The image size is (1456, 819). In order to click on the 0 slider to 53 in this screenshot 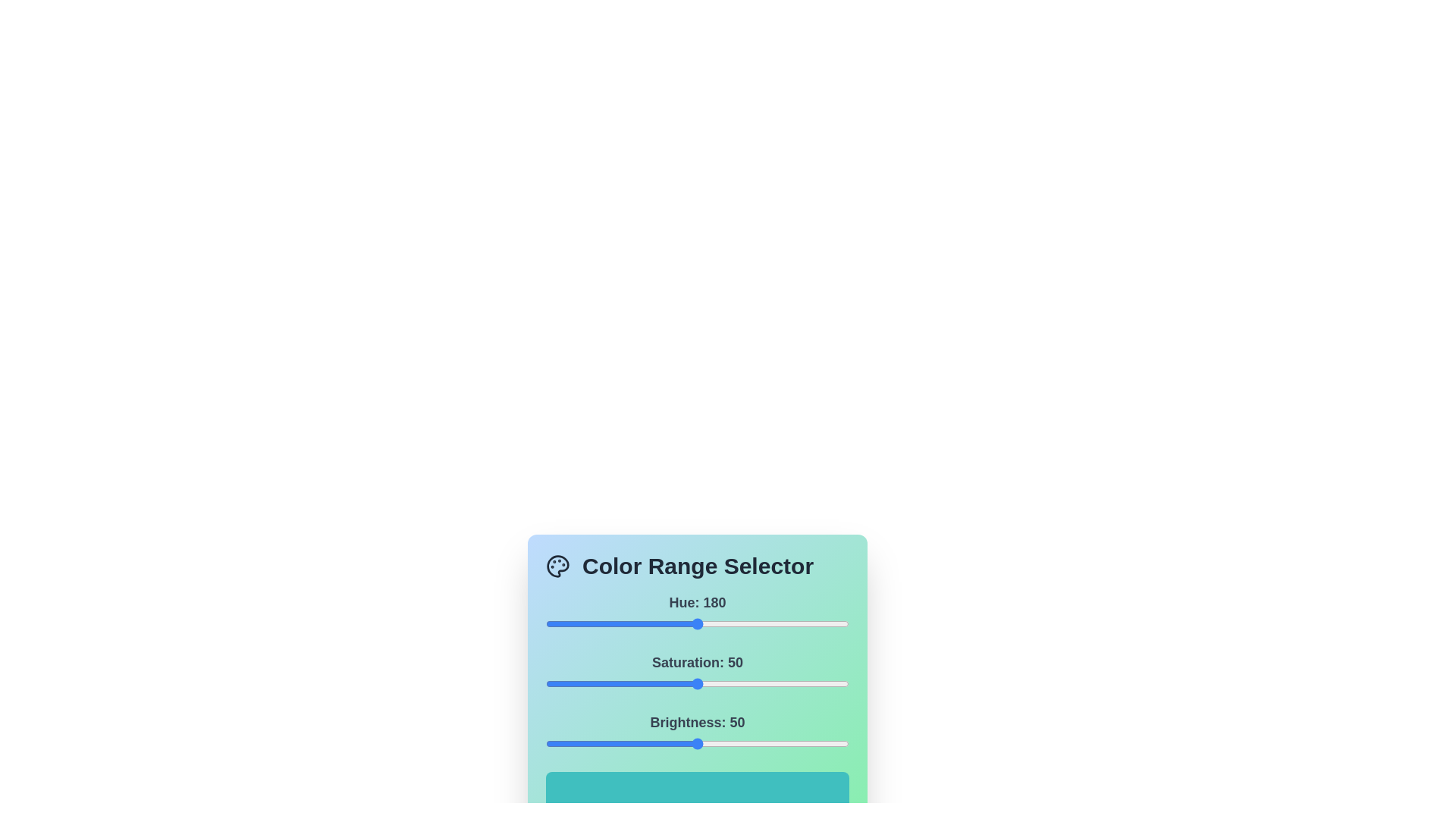, I will do `click(589, 623)`.